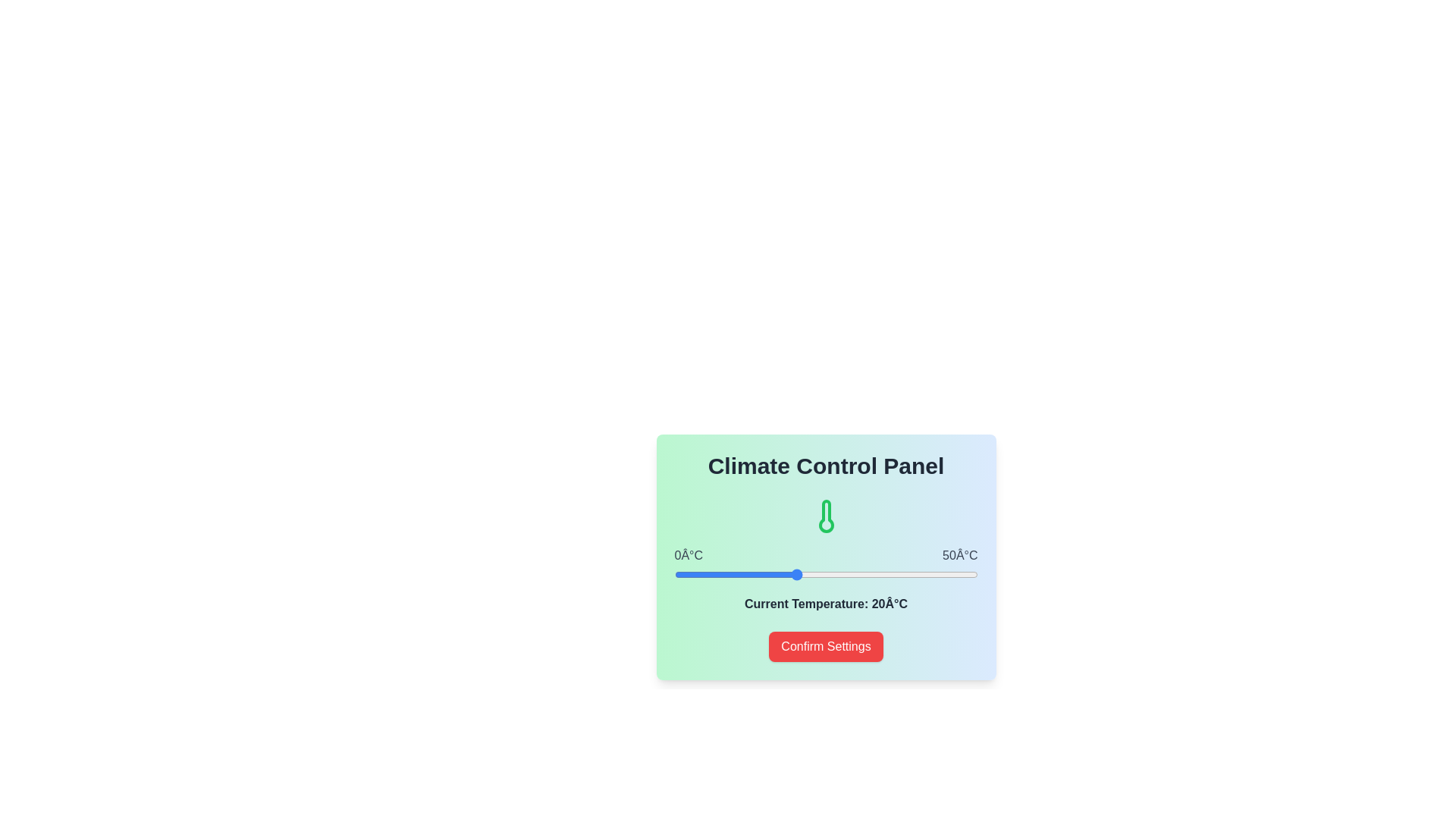 The height and width of the screenshot is (819, 1456). I want to click on 'Confirm Settings' button to save the current temperature, so click(825, 646).